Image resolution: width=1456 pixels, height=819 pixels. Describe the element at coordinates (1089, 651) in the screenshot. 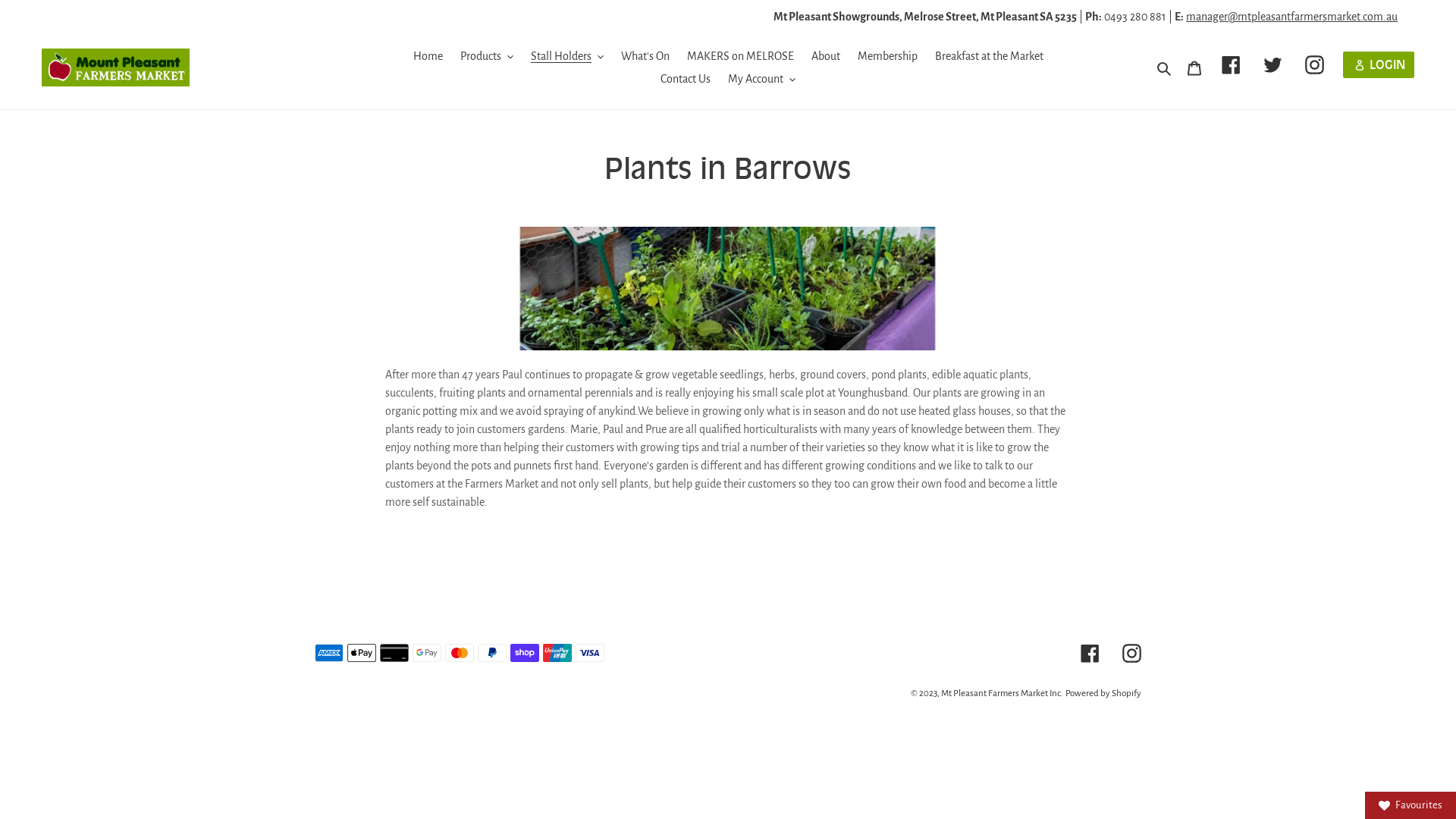

I see `'Facebook'` at that location.